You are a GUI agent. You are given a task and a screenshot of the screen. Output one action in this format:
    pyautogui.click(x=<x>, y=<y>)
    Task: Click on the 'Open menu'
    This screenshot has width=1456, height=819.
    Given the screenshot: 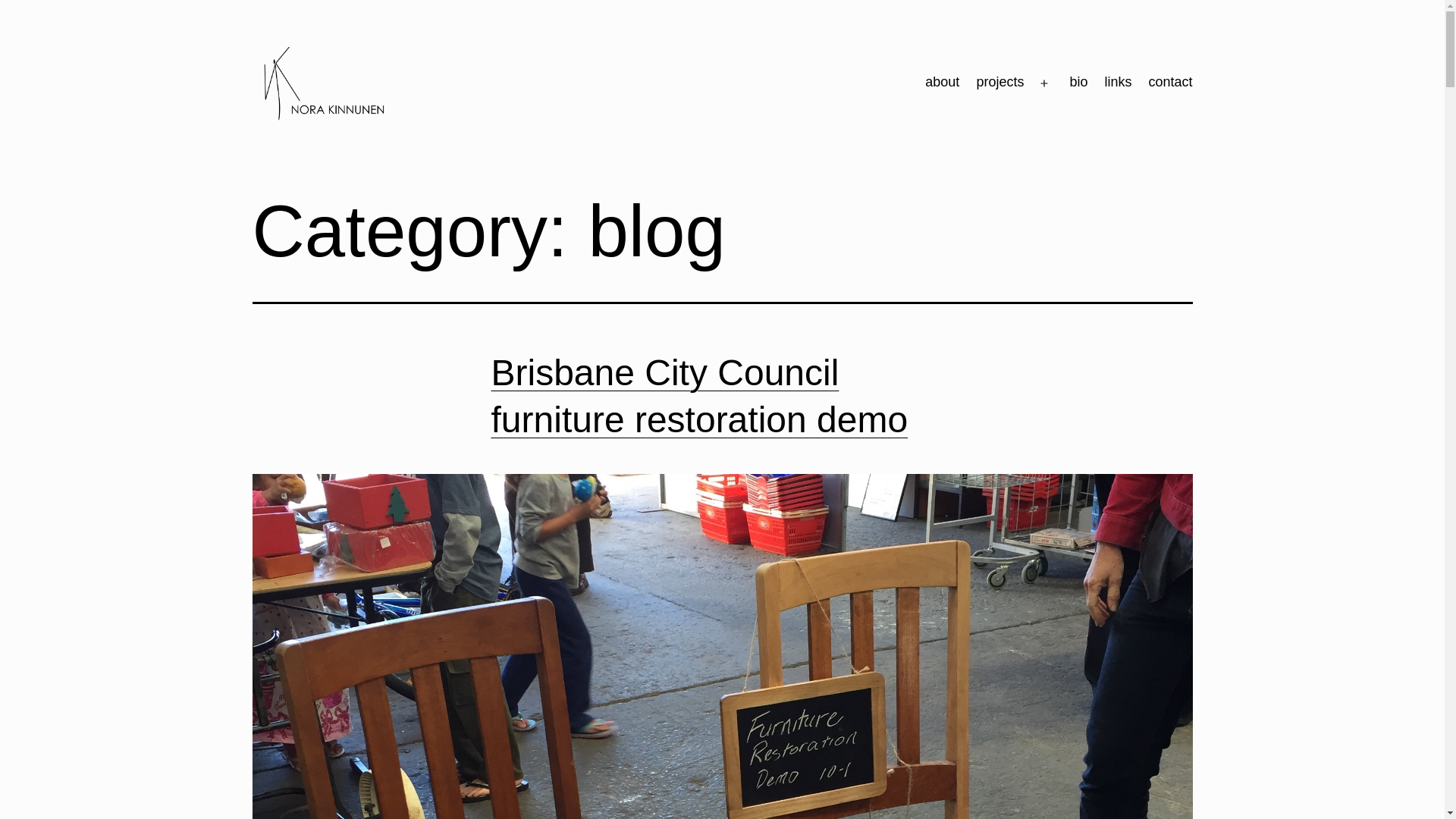 What is the action you would take?
    pyautogui.click(x=1043, y=83)
    